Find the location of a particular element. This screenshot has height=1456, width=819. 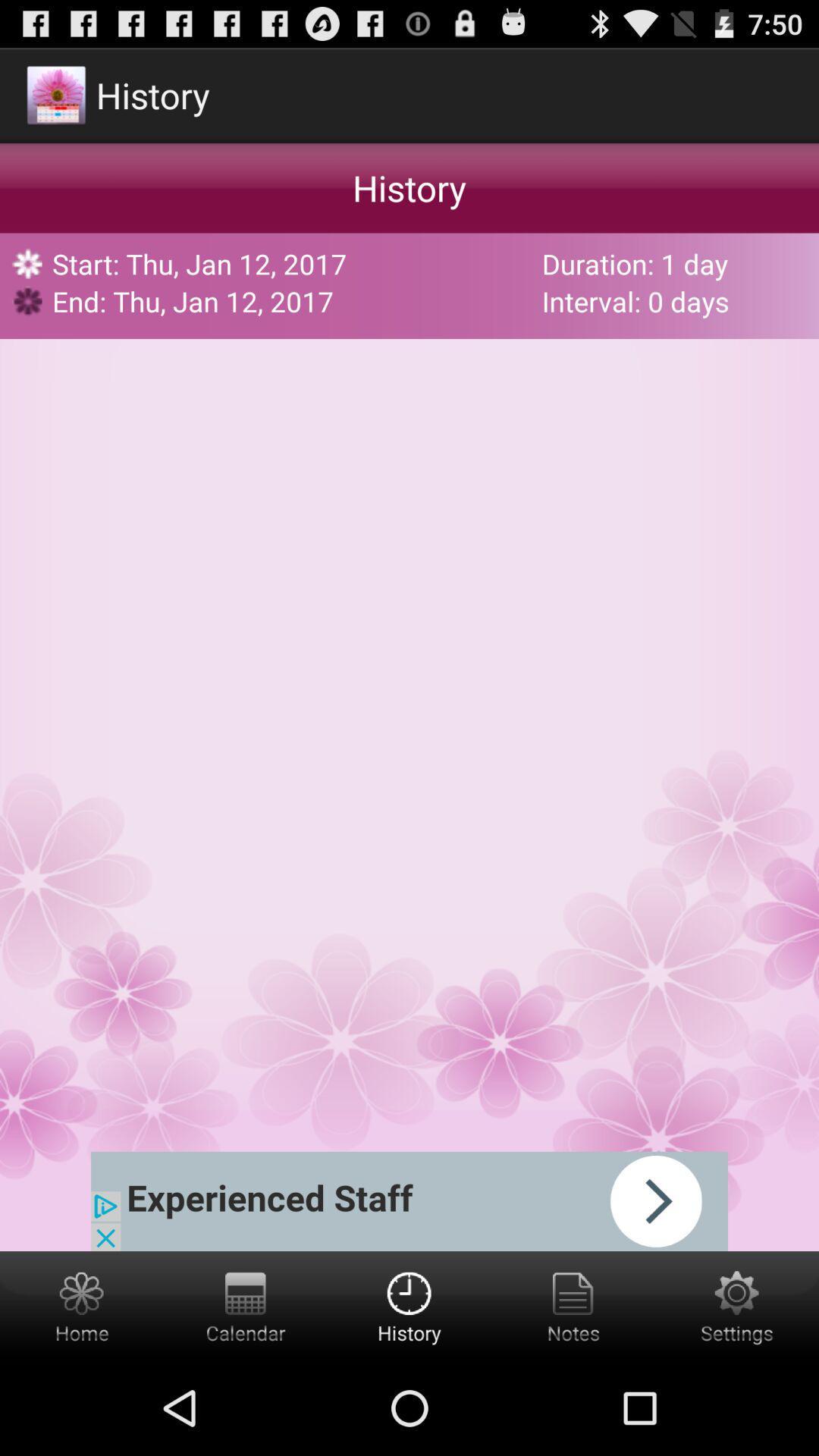

home is located at coordinates (82, 1305).